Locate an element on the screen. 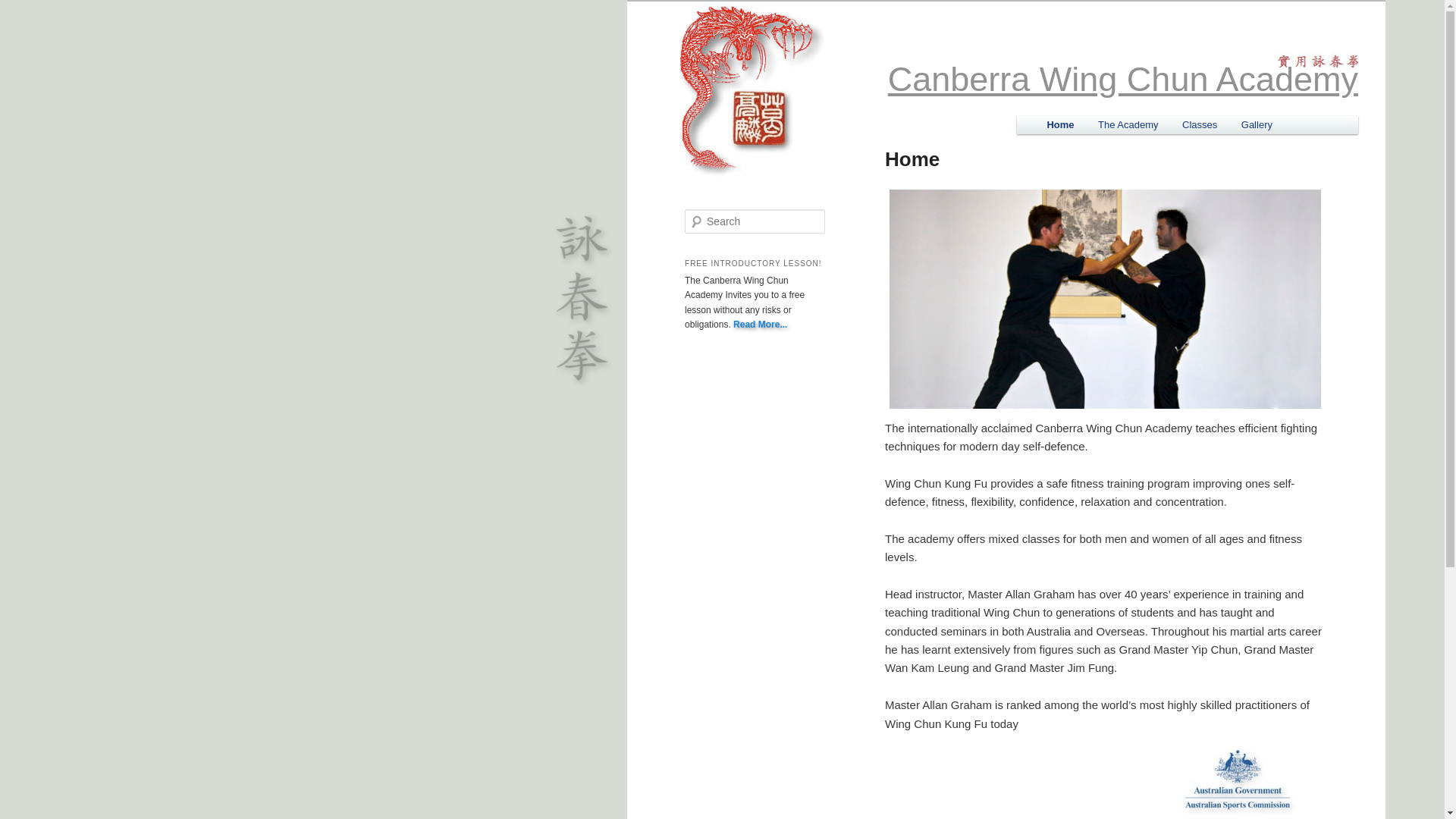  'Gallery' is located at coordinates (1257, 124).